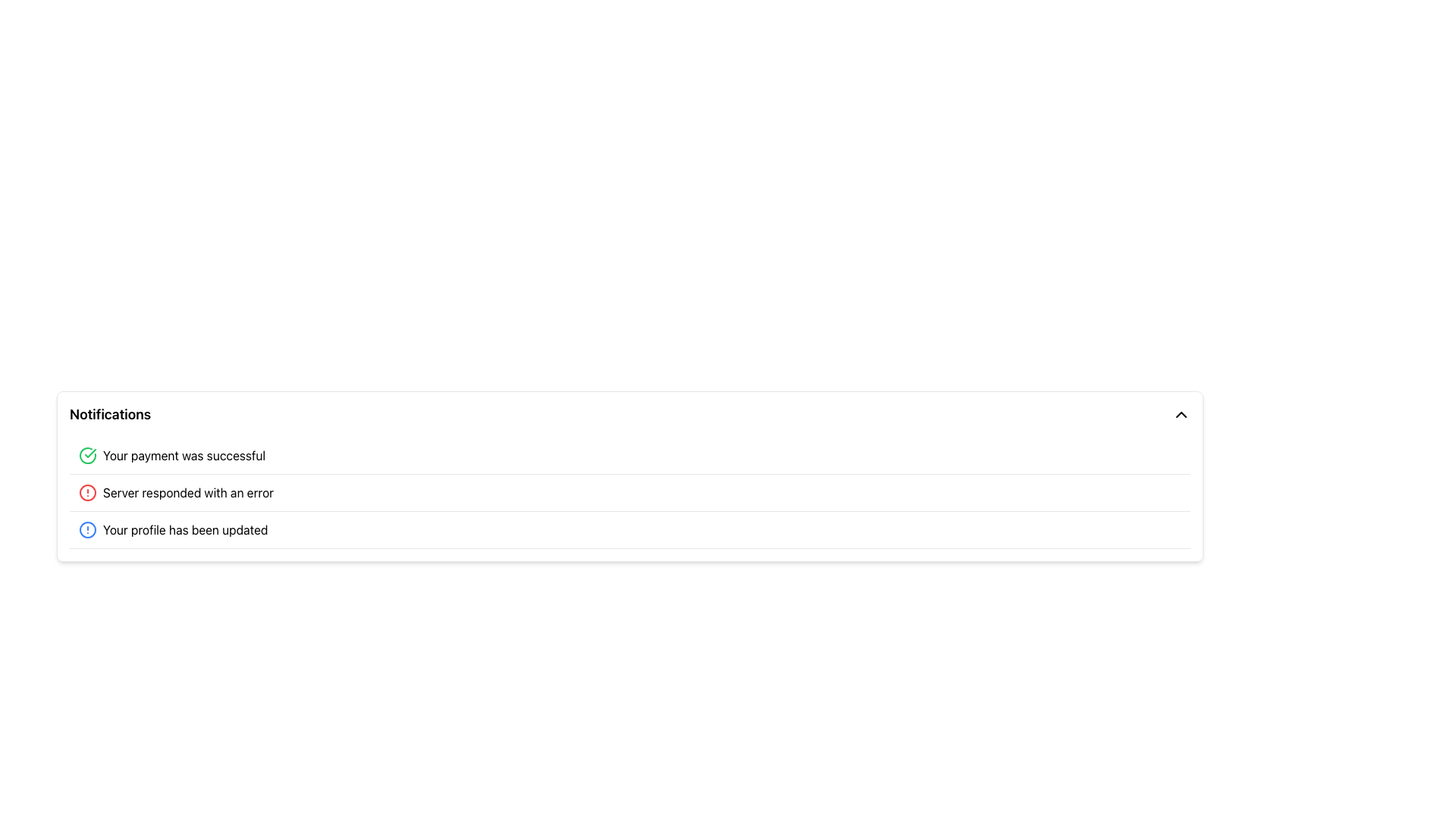 Image resolution: width=1456 pixels, height=819 pixels. What do you see at coordinates (86, 493) in the screenshot?
I see `the alert icon located at the beginning of the second notification row labeled 'Server responded with an error' for further details` at bounding box center [86, 493].